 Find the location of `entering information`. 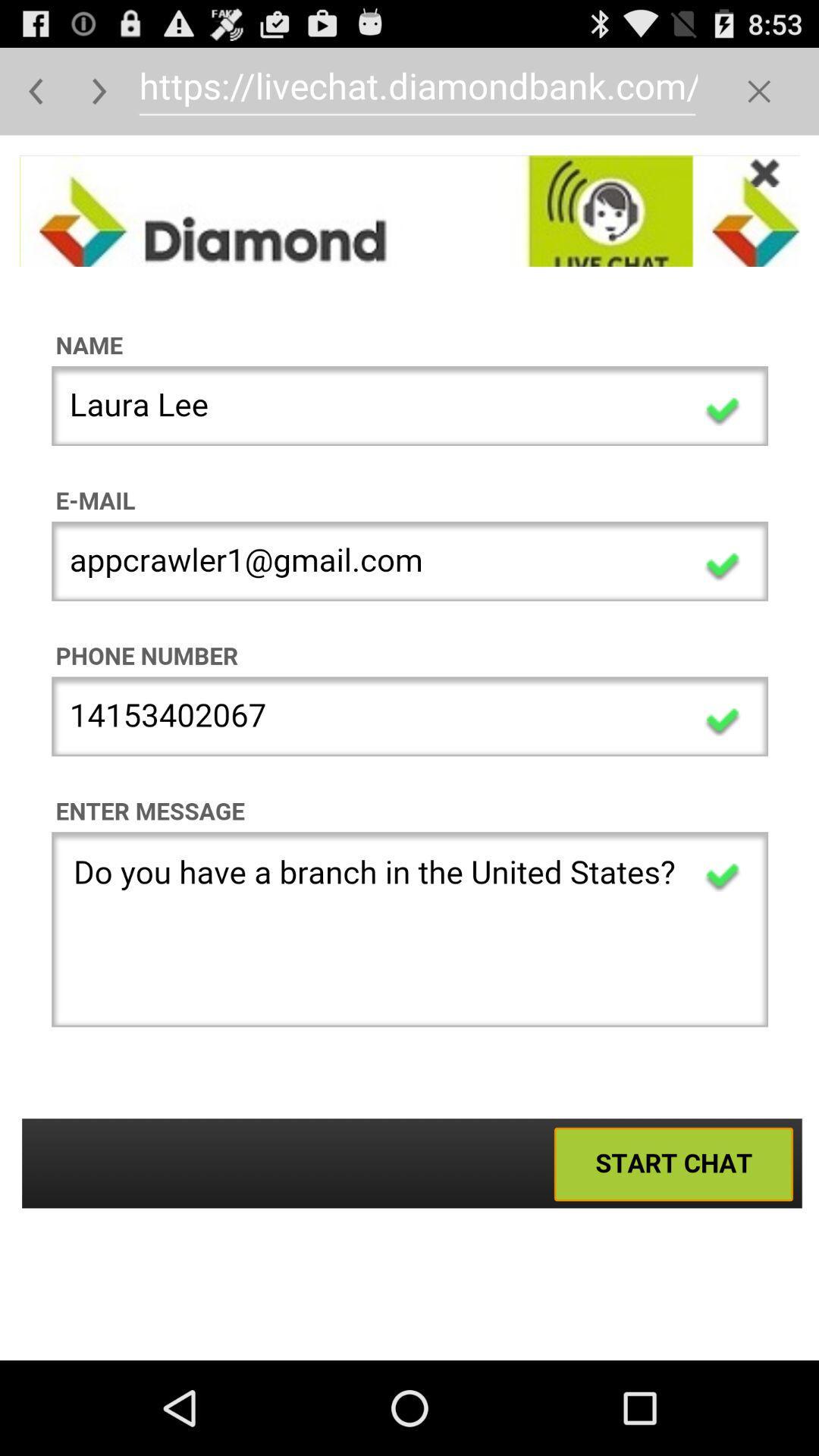

entering information is located at coordinates (409, 748).